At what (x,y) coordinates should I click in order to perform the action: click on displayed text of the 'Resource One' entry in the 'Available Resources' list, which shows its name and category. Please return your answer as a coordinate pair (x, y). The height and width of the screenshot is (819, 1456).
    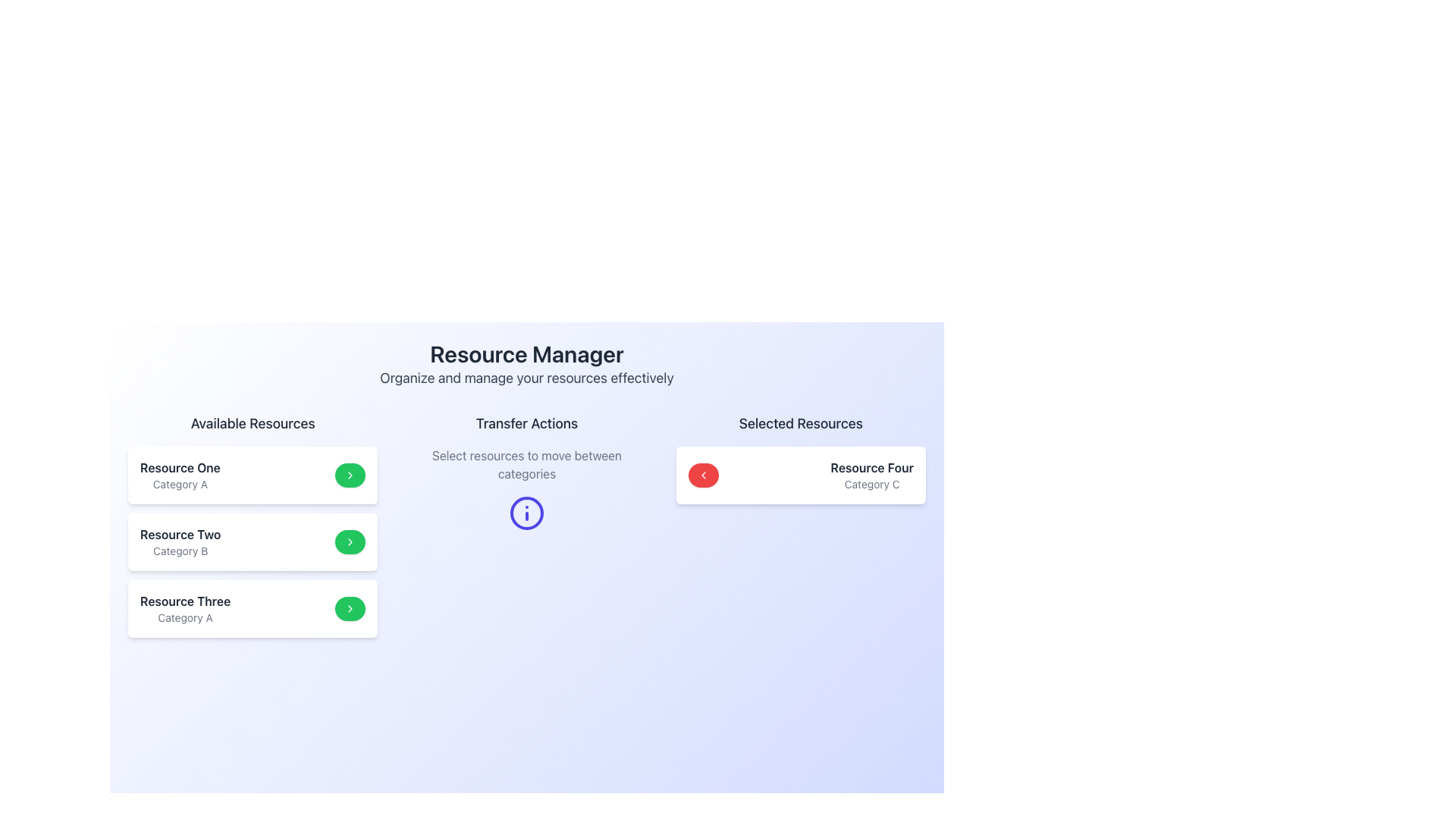
    Looking at the image, I should click on (180, 475).